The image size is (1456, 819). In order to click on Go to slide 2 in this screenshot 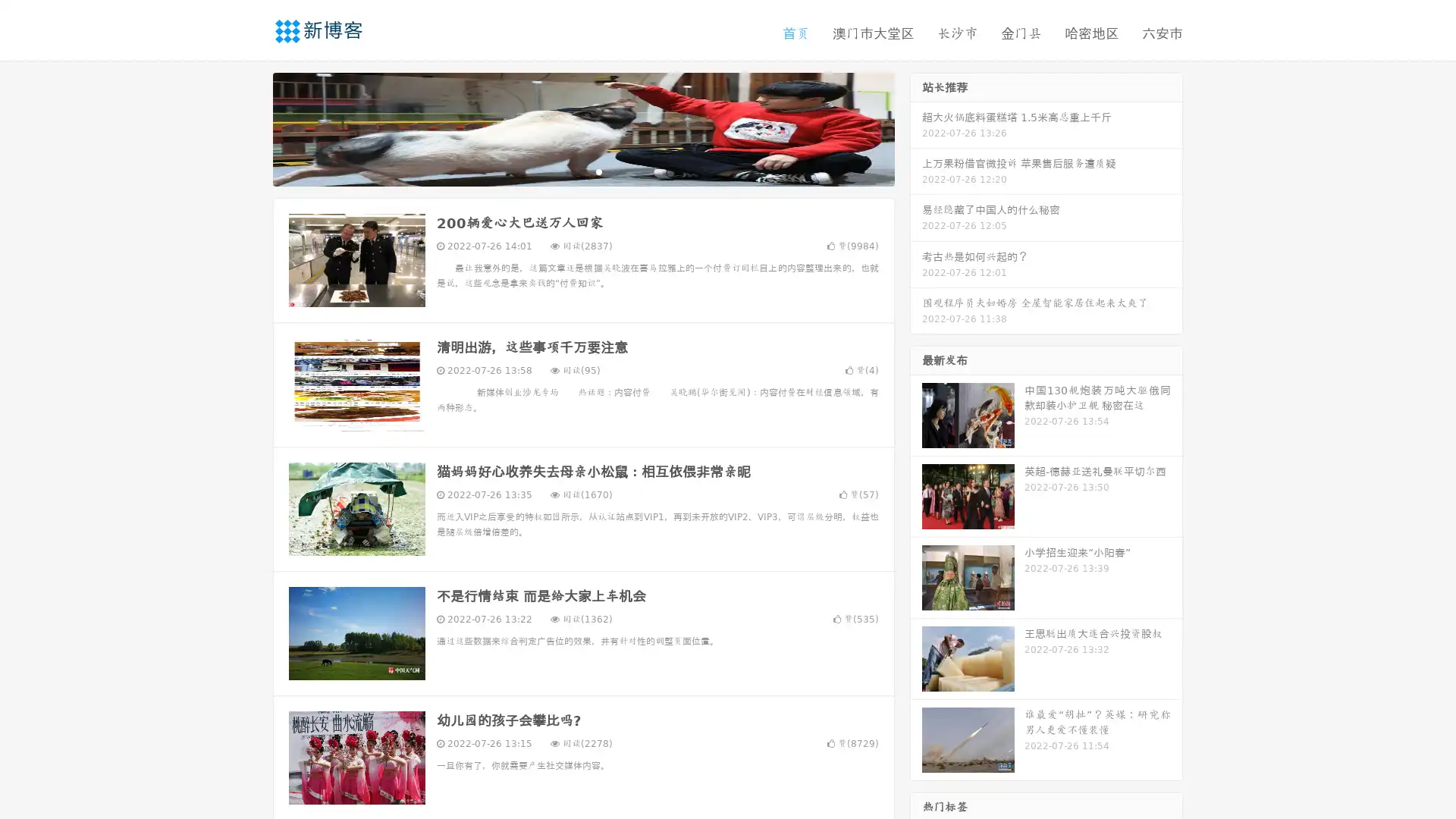, I will do `click(582, 171)`.